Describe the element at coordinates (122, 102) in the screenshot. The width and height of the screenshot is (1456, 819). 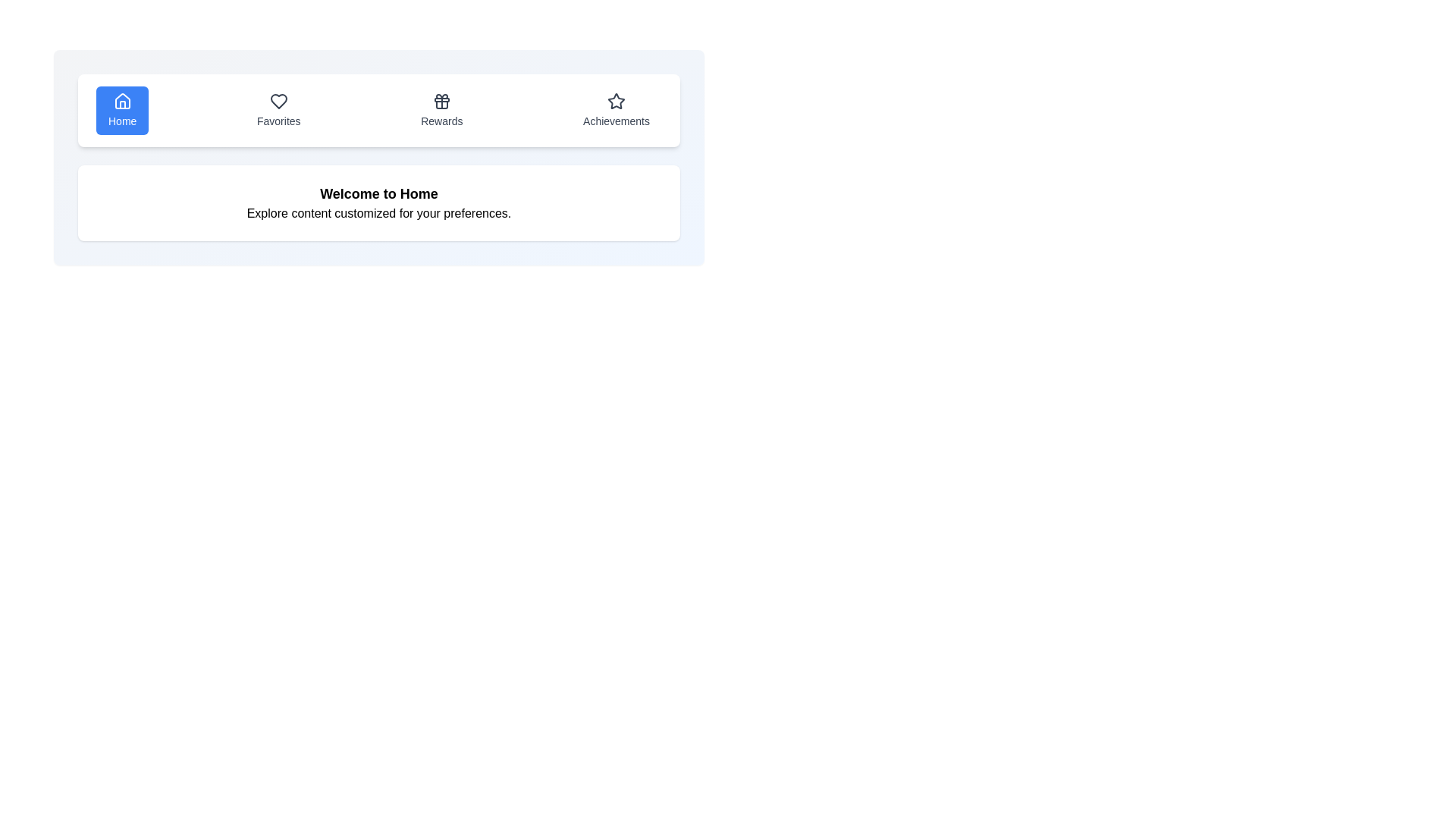
I see `the 'Home' navigation icon, which is represented by a house icon located at the left-most position in the horizontal navigation bar at the top of the interface` at that location.